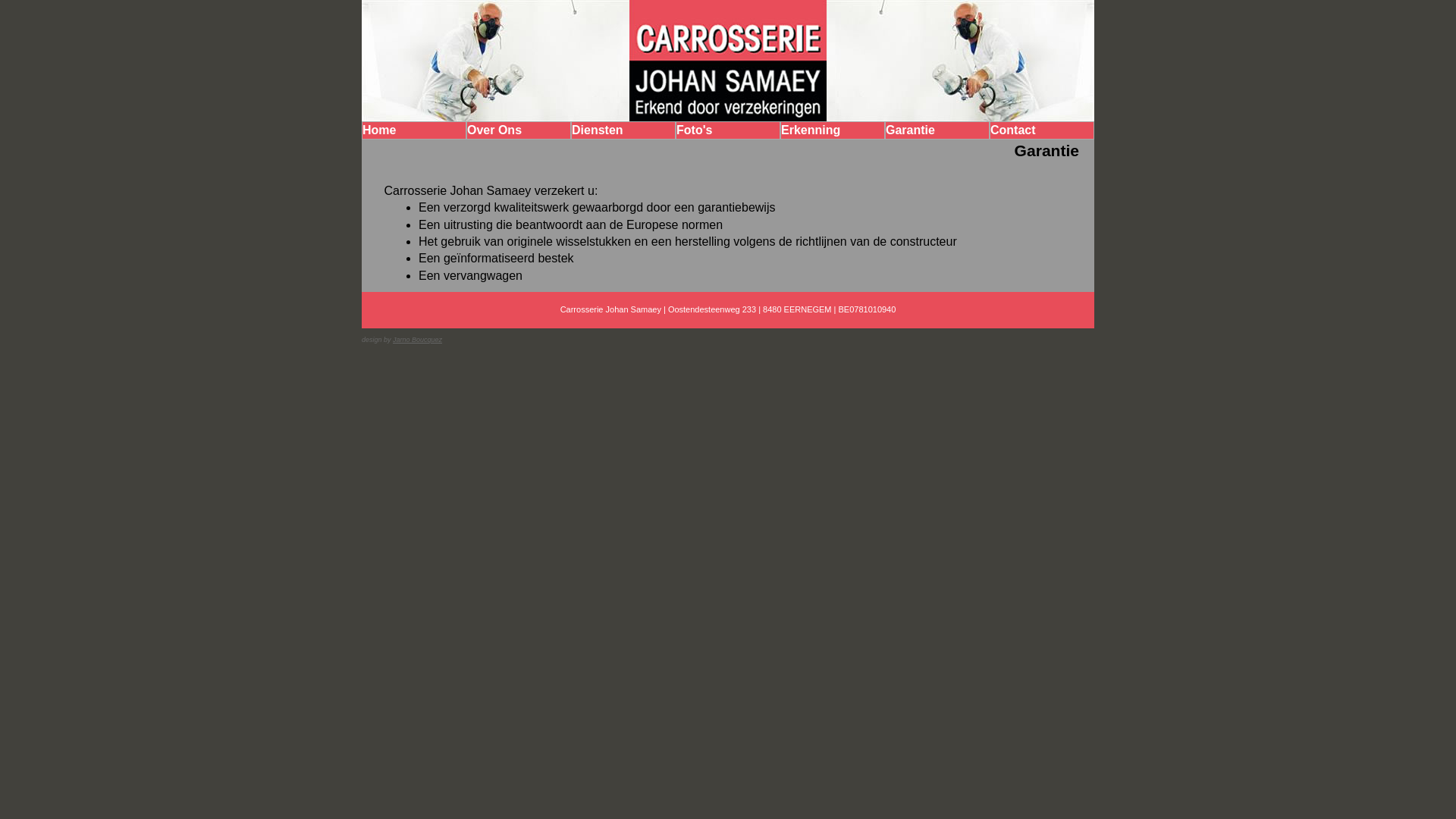  Describe the element at coordinates (519, 130) in the screenshot. I see `'Over Ons'` at that location.